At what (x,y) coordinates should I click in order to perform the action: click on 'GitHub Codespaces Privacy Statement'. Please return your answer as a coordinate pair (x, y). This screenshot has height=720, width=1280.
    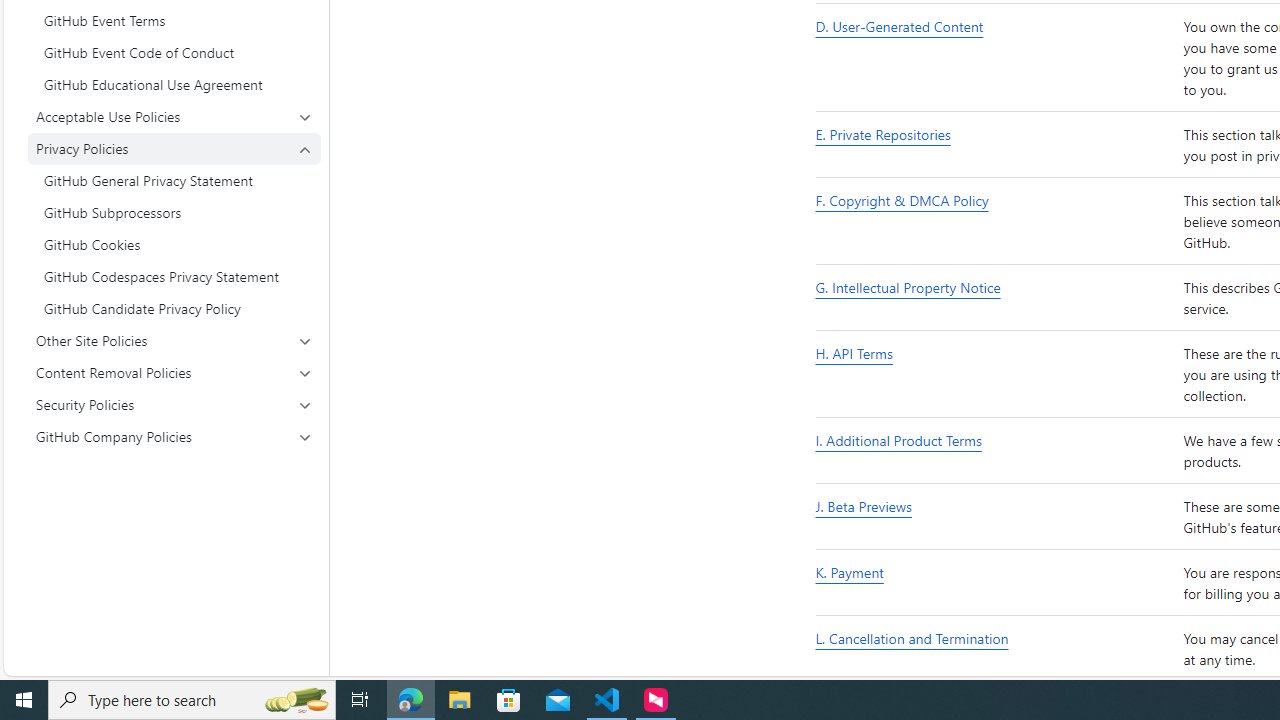
    Looking at the image, I should click on (174, 276).